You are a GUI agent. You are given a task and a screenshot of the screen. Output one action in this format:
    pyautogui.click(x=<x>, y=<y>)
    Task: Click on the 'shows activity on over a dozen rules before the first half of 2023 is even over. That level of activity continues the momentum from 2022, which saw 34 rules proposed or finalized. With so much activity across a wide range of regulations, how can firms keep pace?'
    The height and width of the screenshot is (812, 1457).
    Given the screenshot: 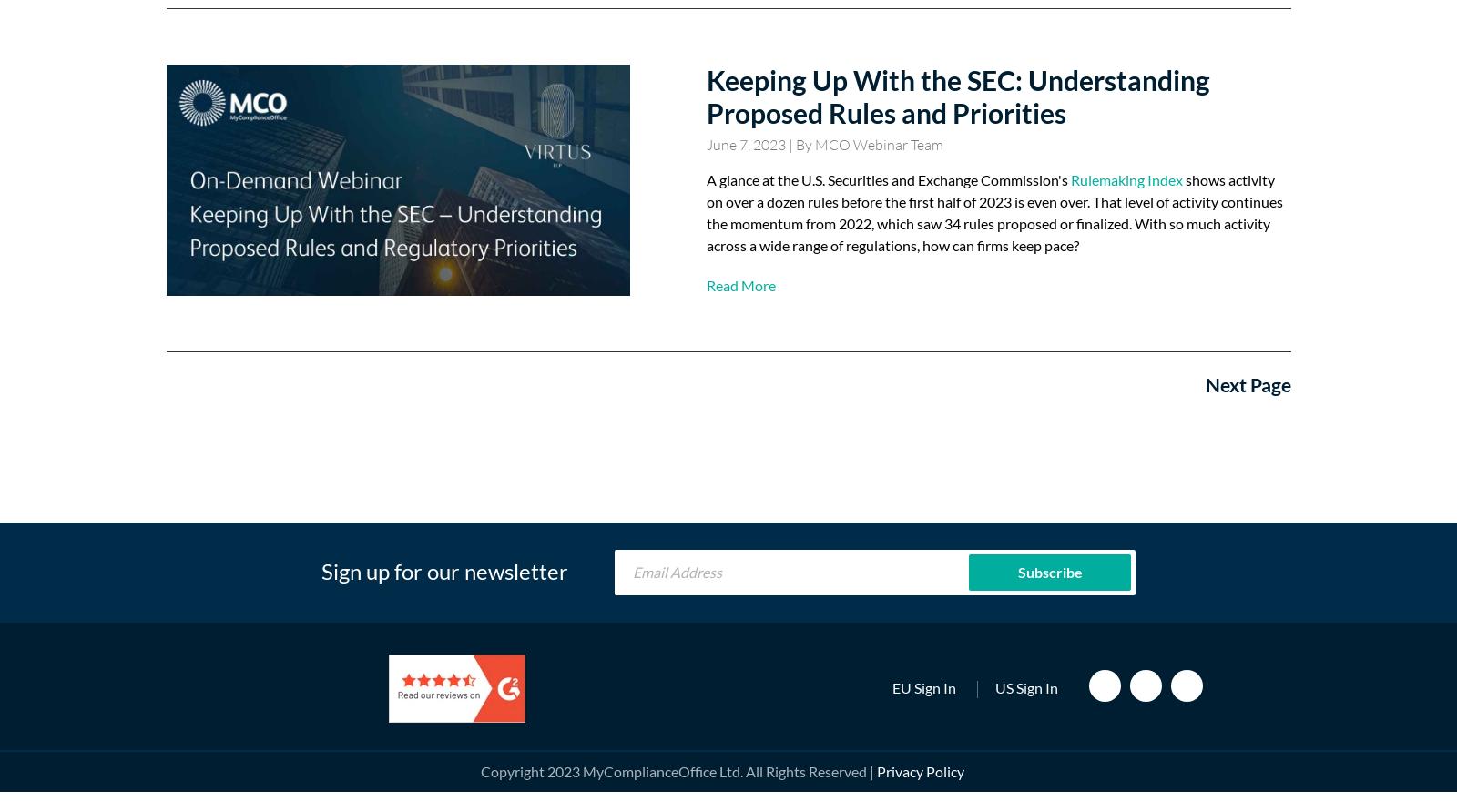 What is the action you would take?
    pyautogui.click(x=993, y=212)
    